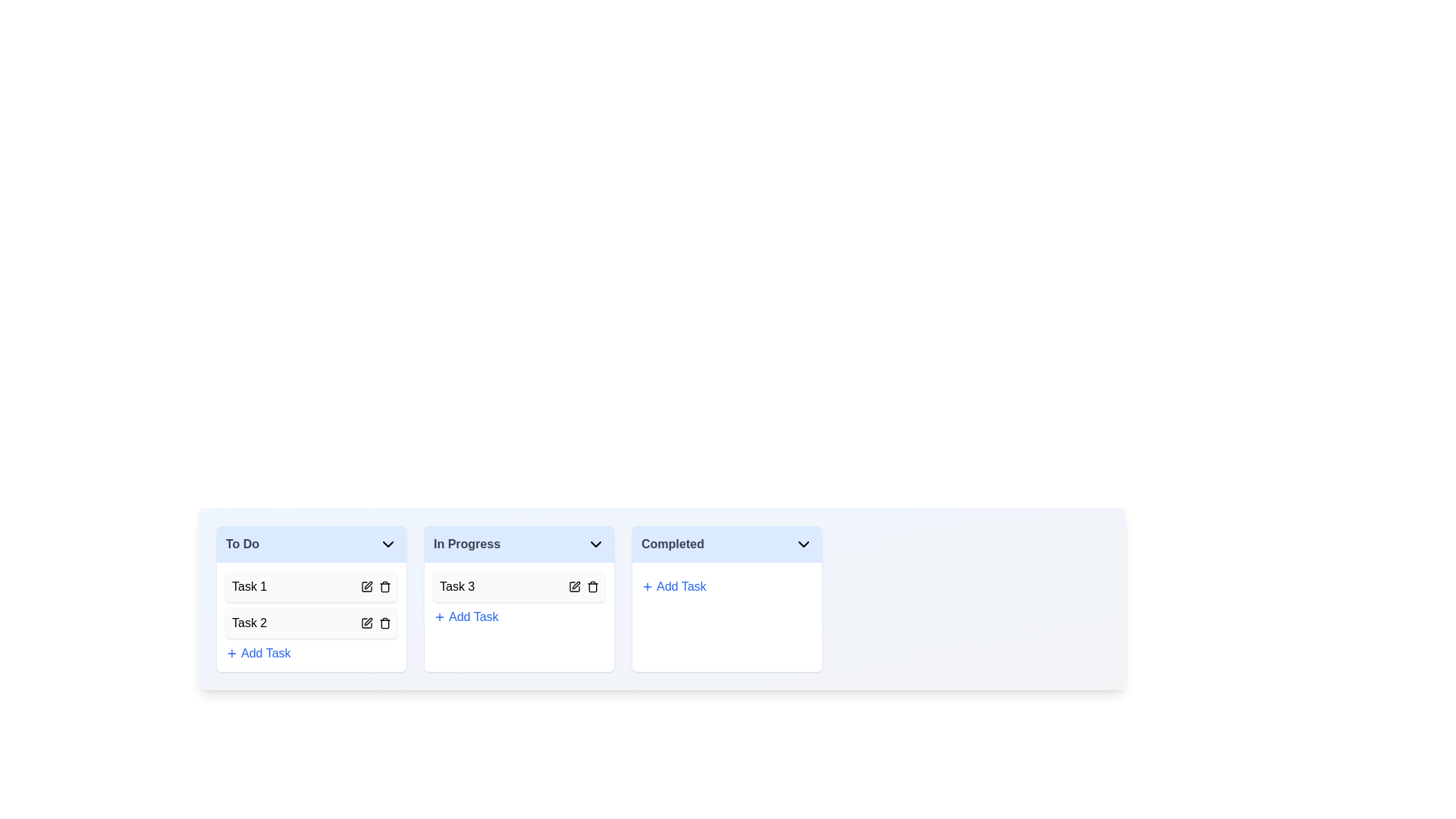  I want to click on the task identified by Task 3 from the board, so click(592, 586).